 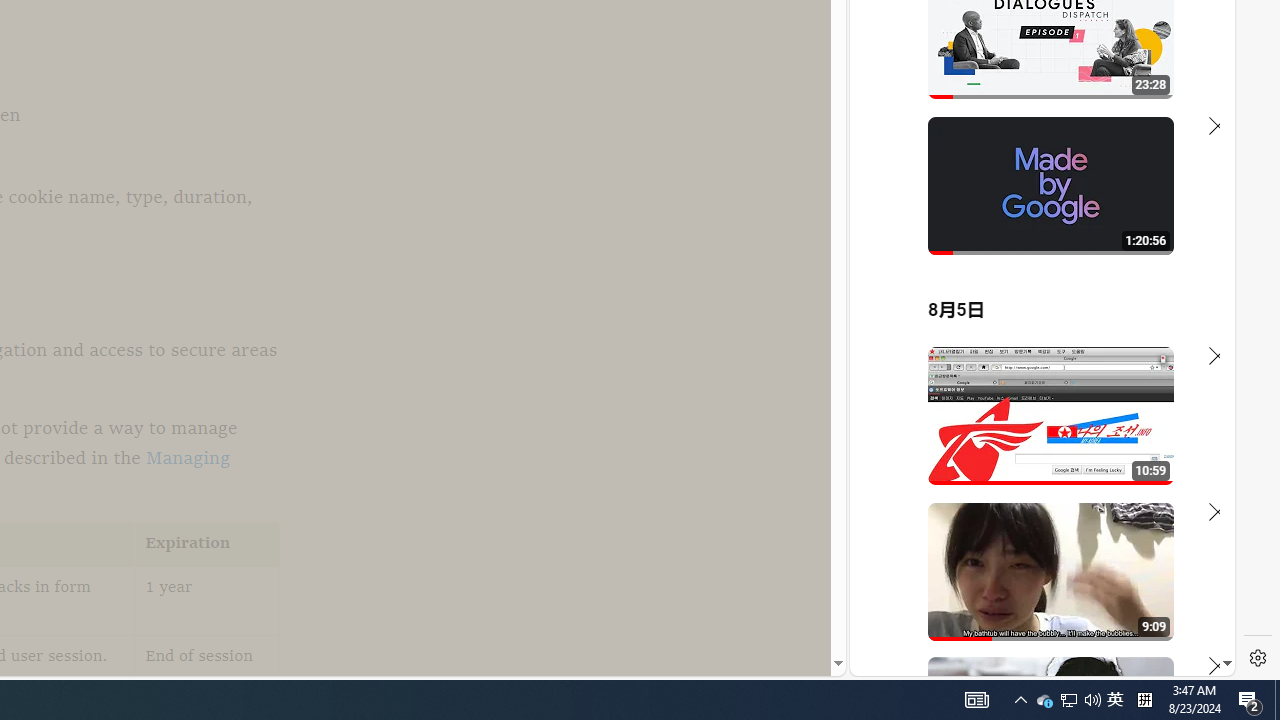 I want to click on 'User Promoted Notification Area', so click(x=1067, y=698).